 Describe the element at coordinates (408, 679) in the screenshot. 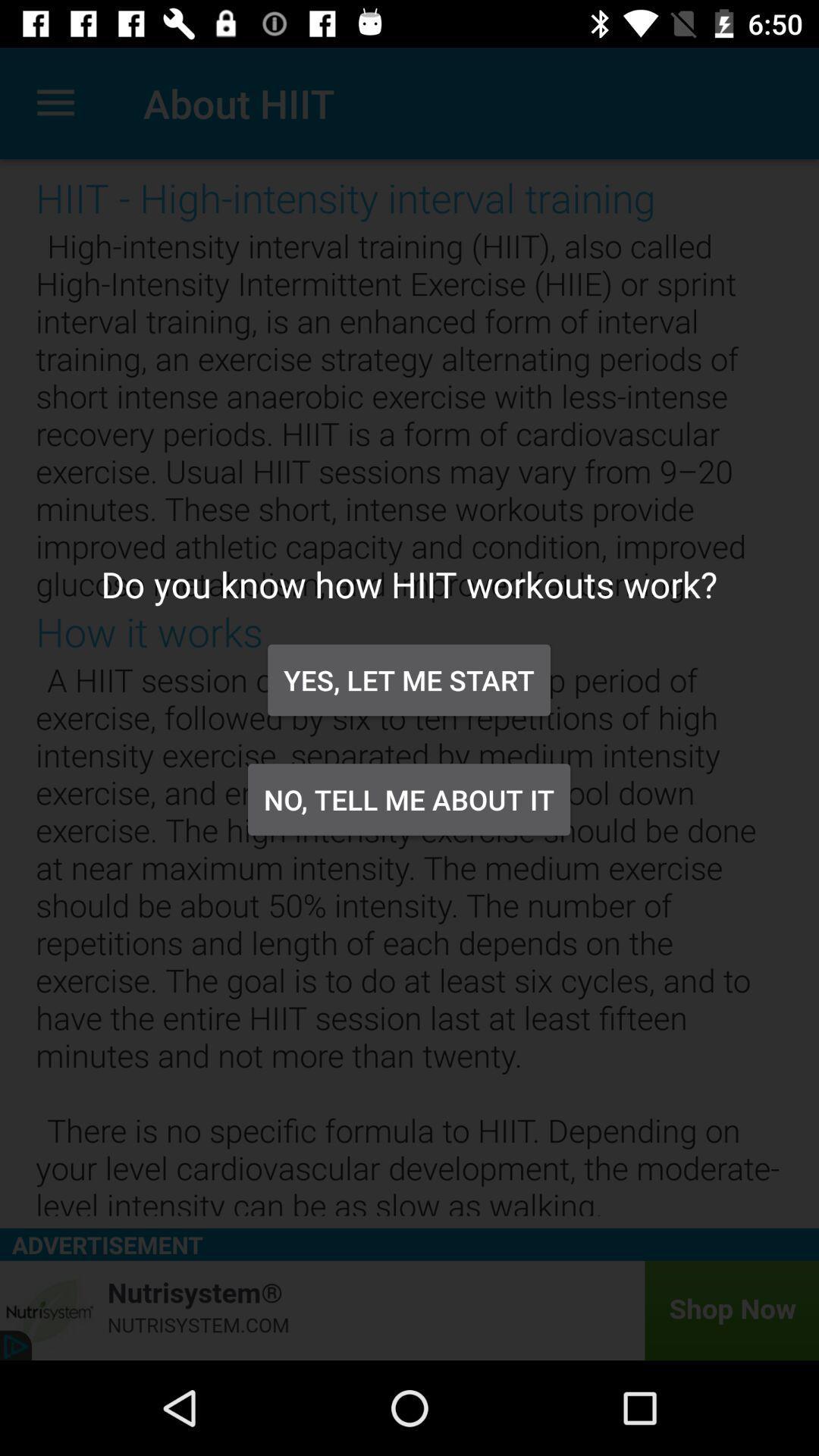

I see `the icon below the do you know item` at that location.